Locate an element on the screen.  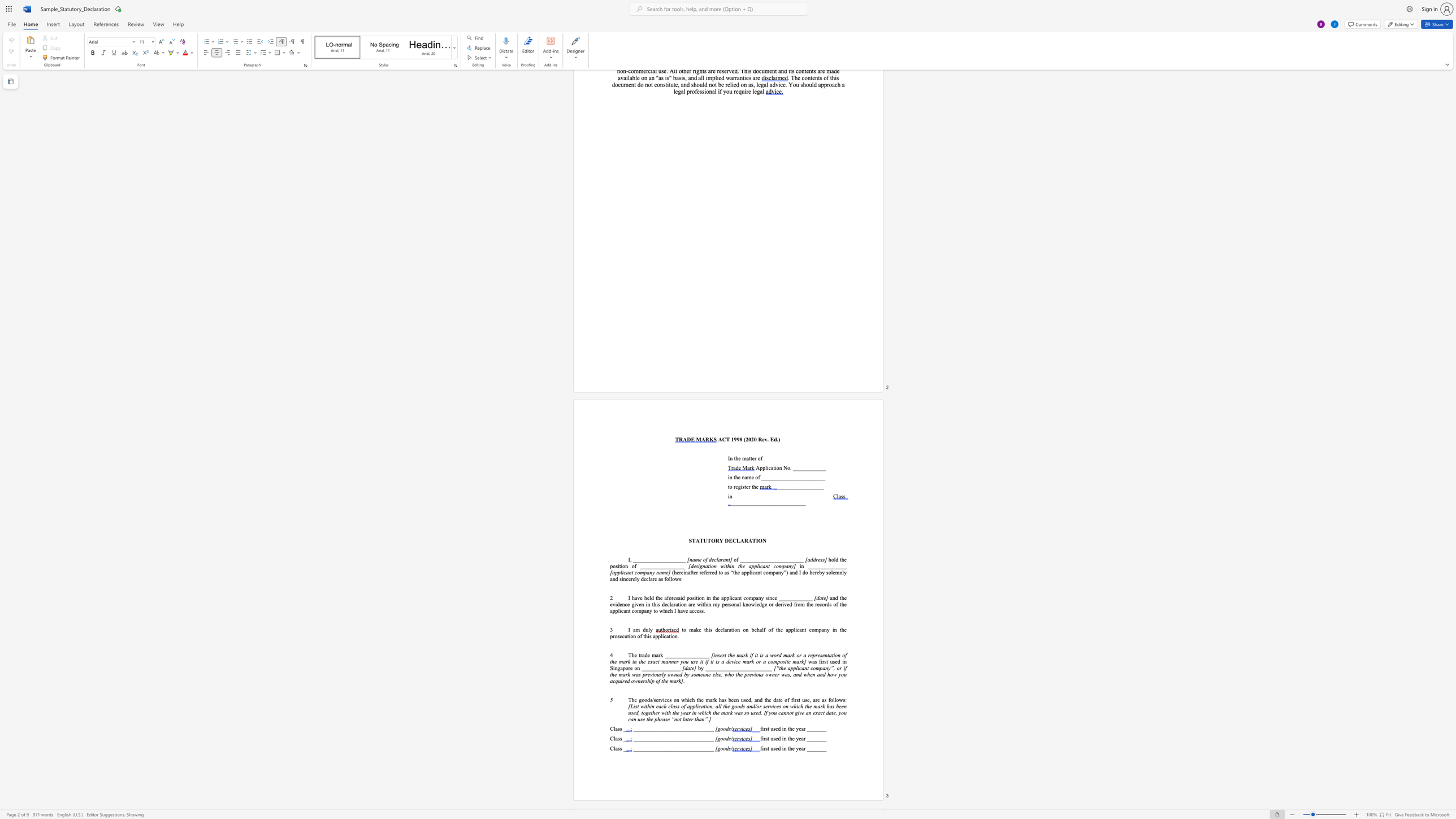
the subset text "k _______" within the text "The trade mark ________________" is located at coordinates (660, 655).